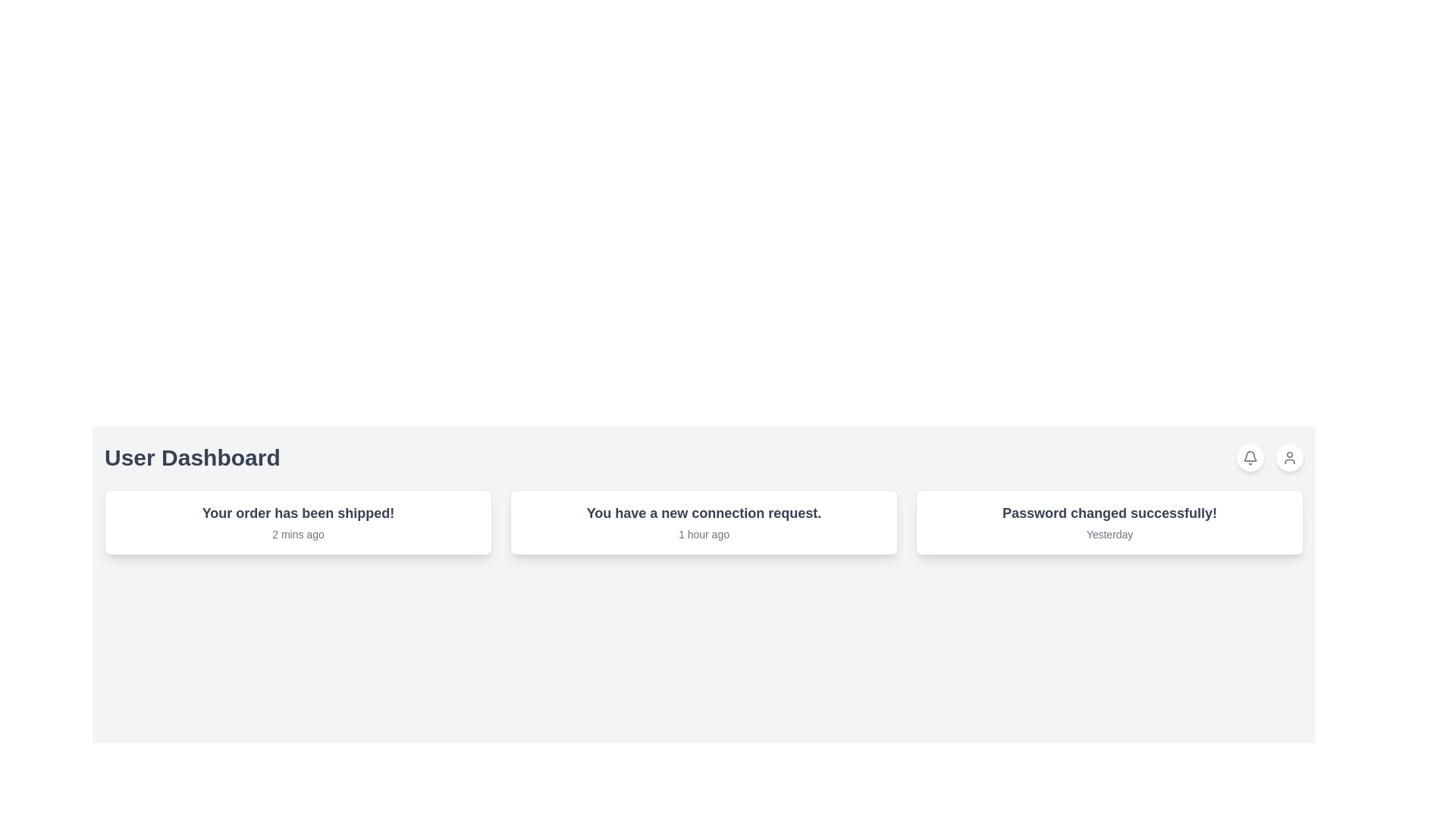 Image resolution: width=1456 pixels, height=819 pixels. What do you see at coordinates (1250, 457) in the screenshot?
I see `the notification bell icon located in the top-right corner of the user interface` at bounding box center [1250, 457].